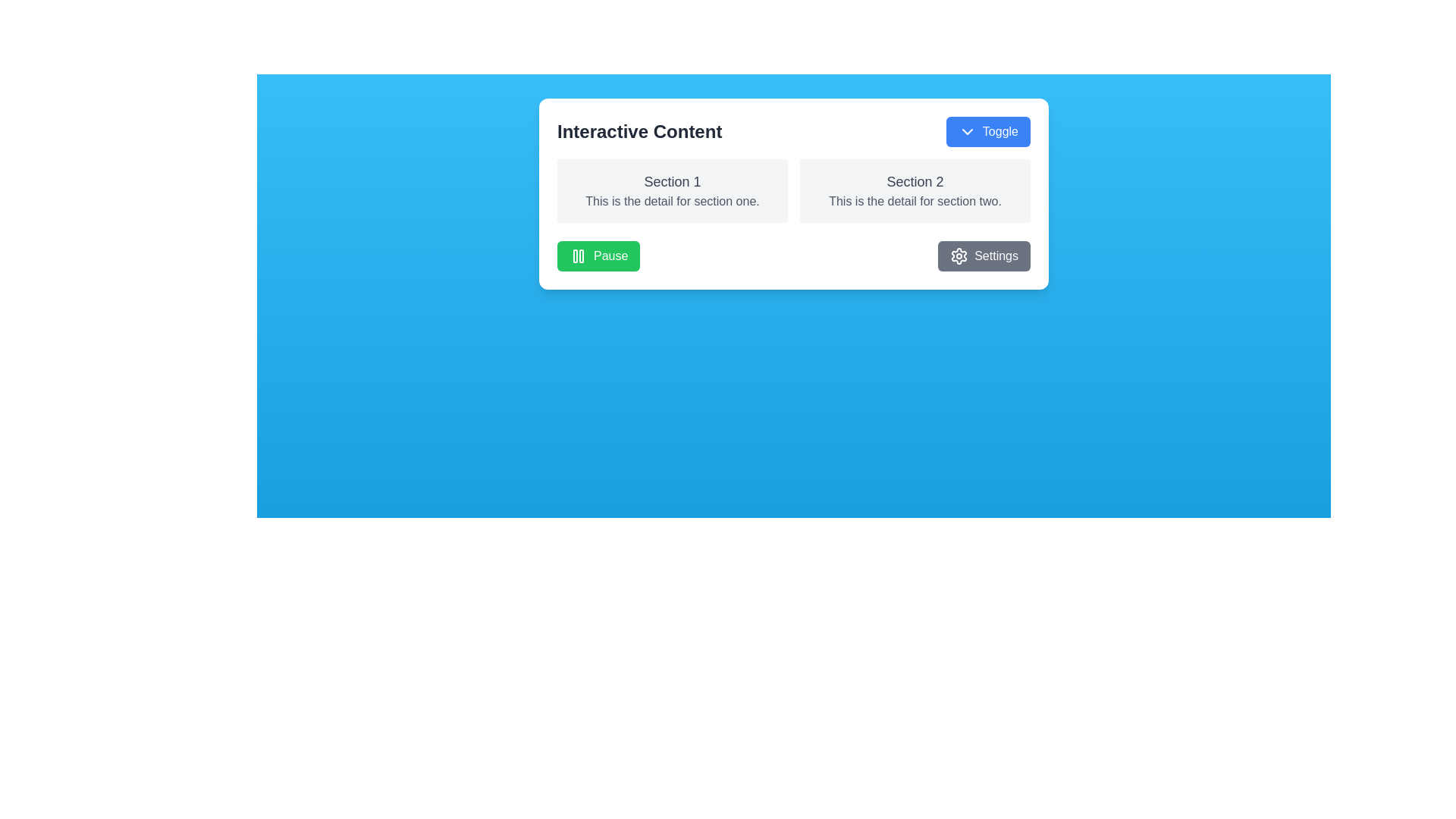  What do you see at coordinates (914, 190) in the screenshot?
I see `the static informational display box for Section 2, which is positioned to the right of the first box labeled 'Section 1'` at bounding box center [914, 190].